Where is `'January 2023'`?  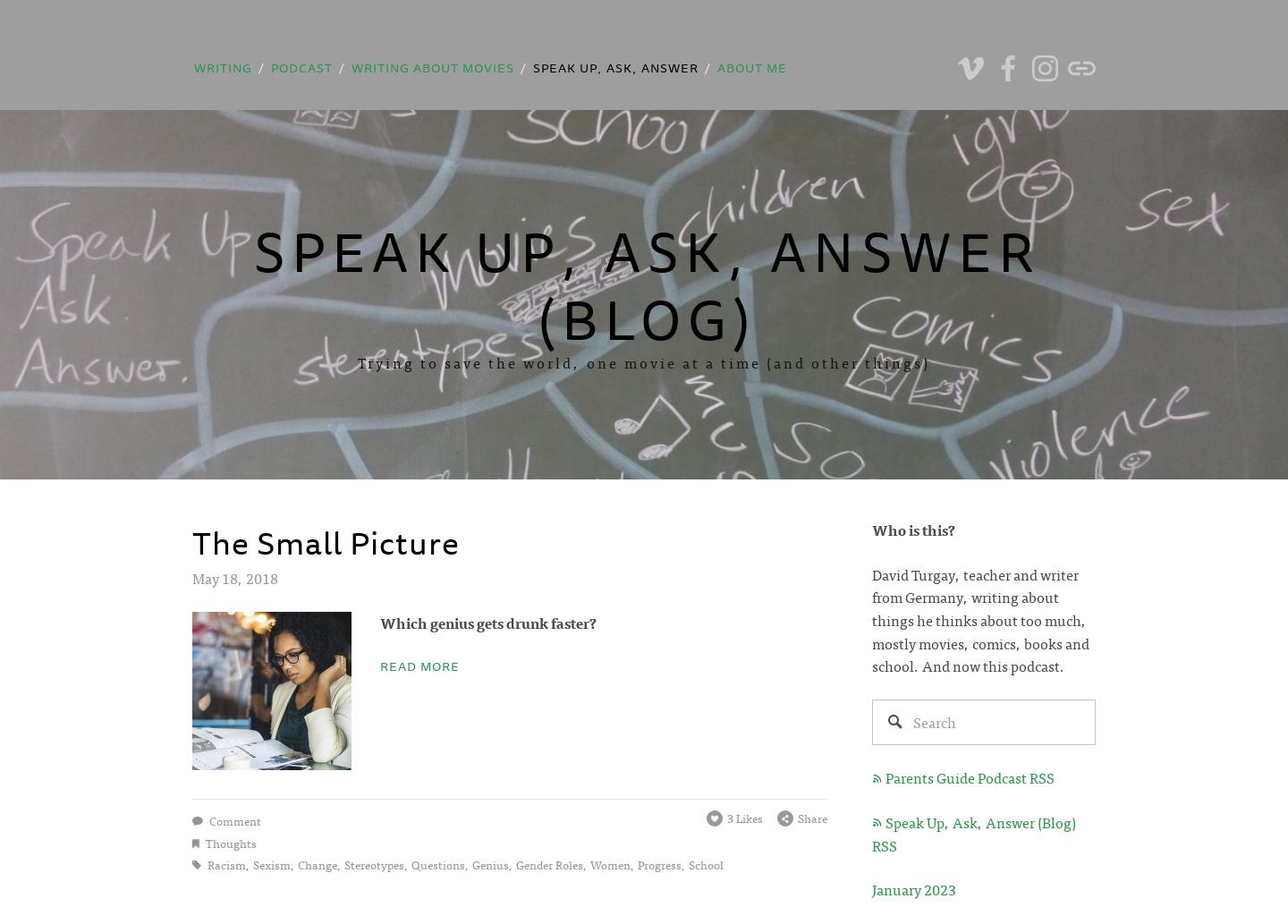 'January 2023' is located at coordinates (871, 887).